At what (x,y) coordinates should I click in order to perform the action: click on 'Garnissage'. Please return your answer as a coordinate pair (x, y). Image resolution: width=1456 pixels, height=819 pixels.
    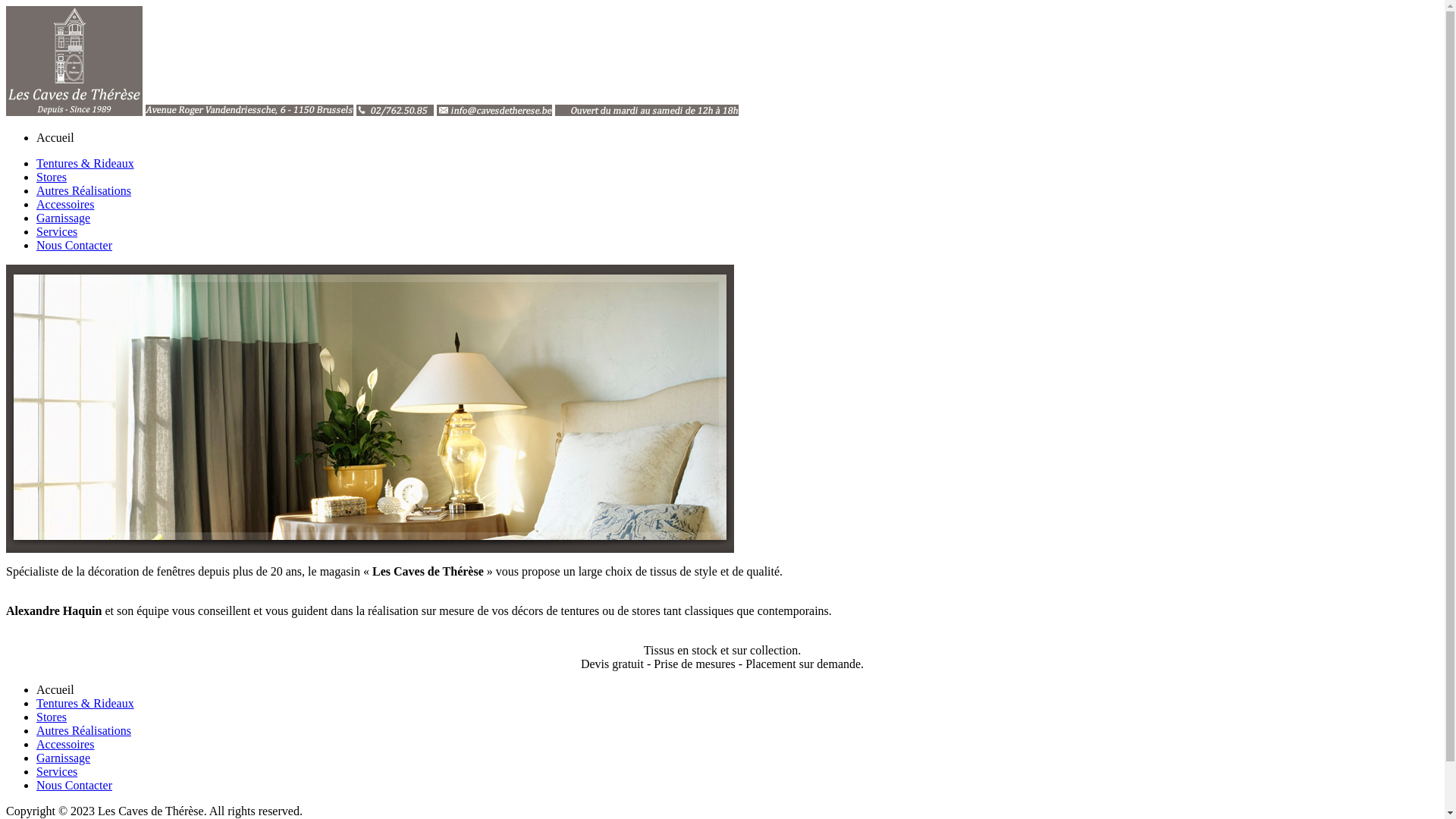
    Looking at the image, I should click on (36, 218).